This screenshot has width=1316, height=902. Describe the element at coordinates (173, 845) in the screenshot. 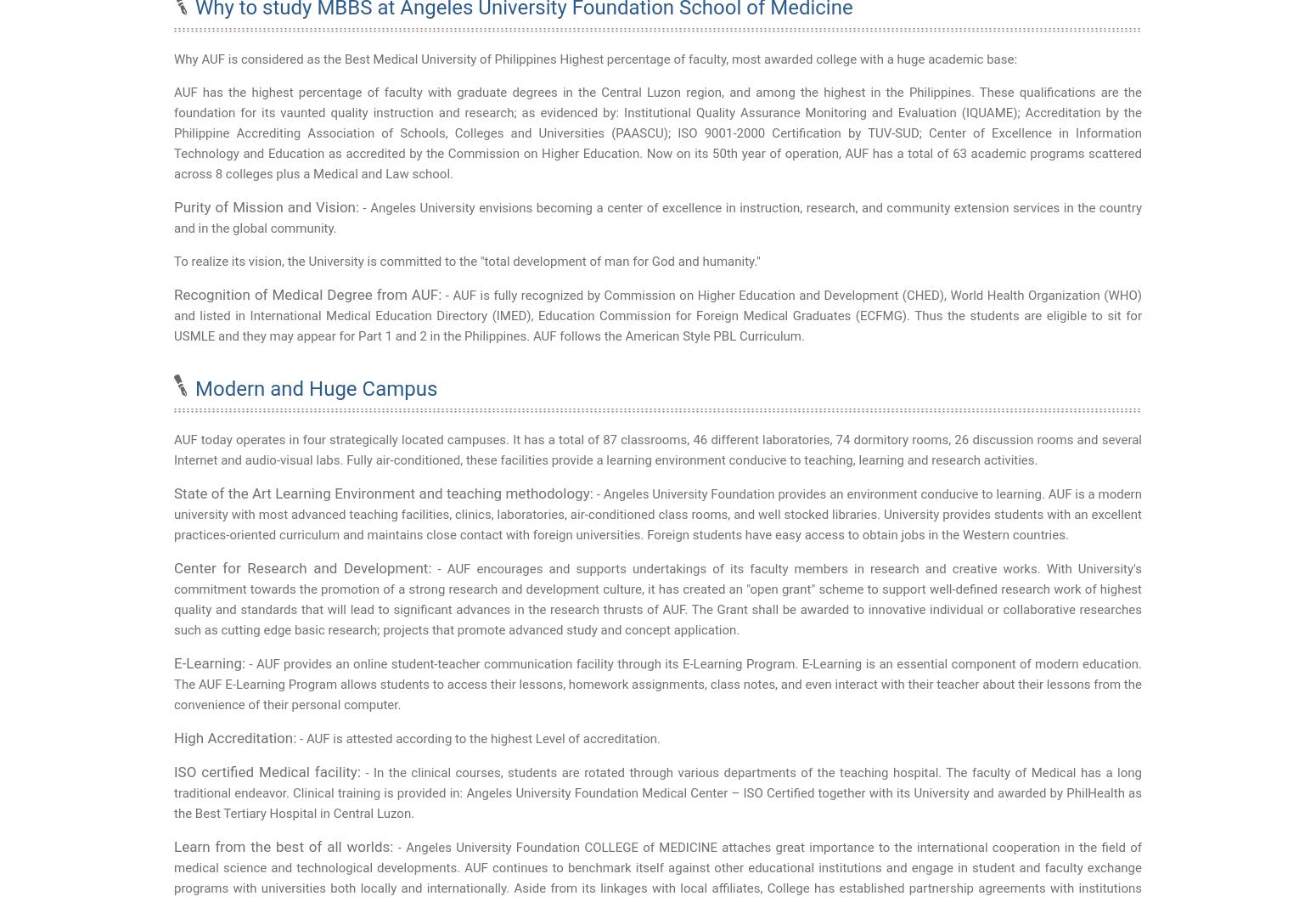

I see `'Learn from the best of all worlds:'` at that location.